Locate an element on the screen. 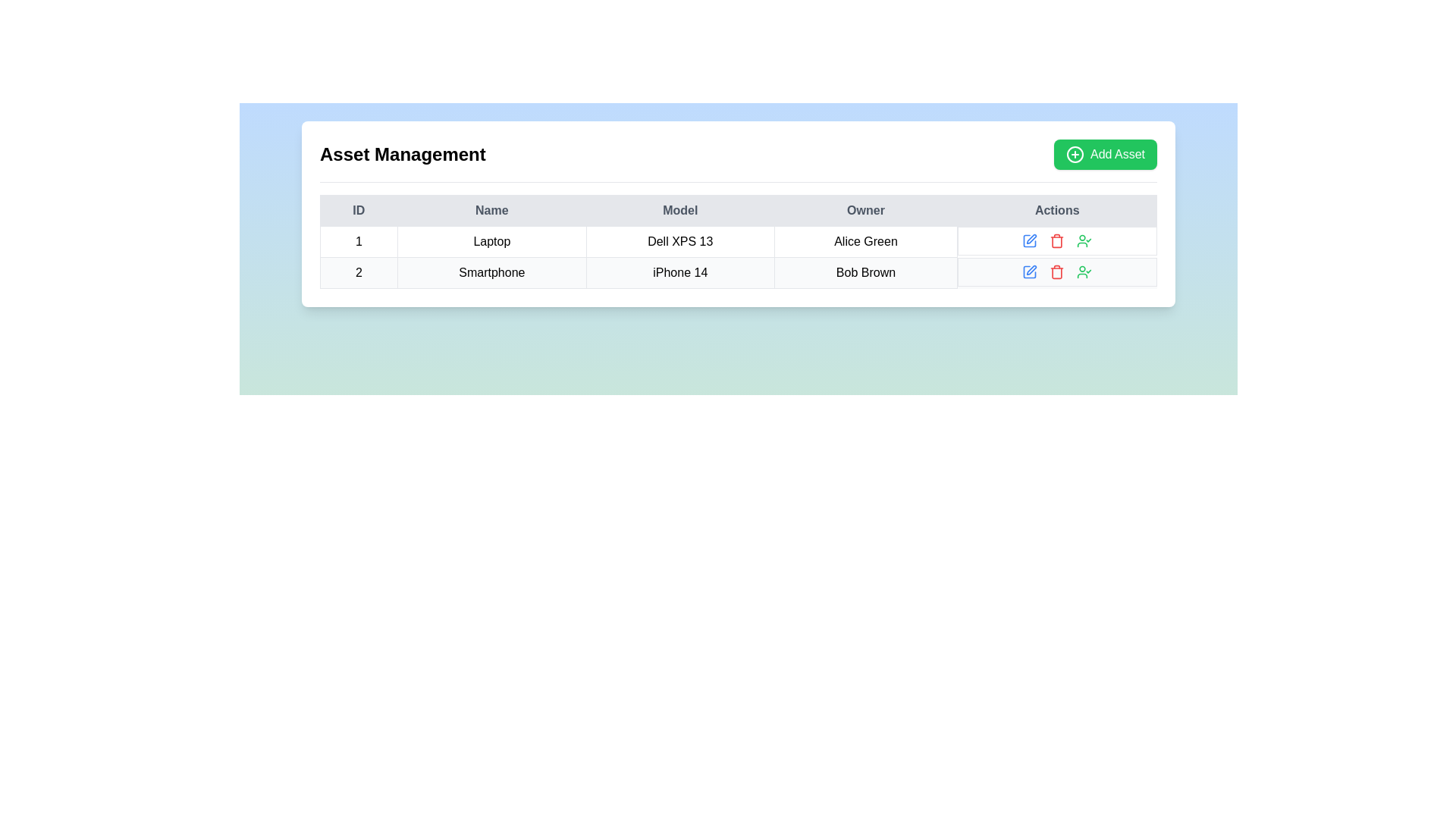 The height and width of the screenshot is (819, 1456). the individual cells of the first row in the Asset Management table, which contains the values '1', 'Laptop', 'Dell XPS 13', and 'Alice Green' is located at coordinates (739, 241).